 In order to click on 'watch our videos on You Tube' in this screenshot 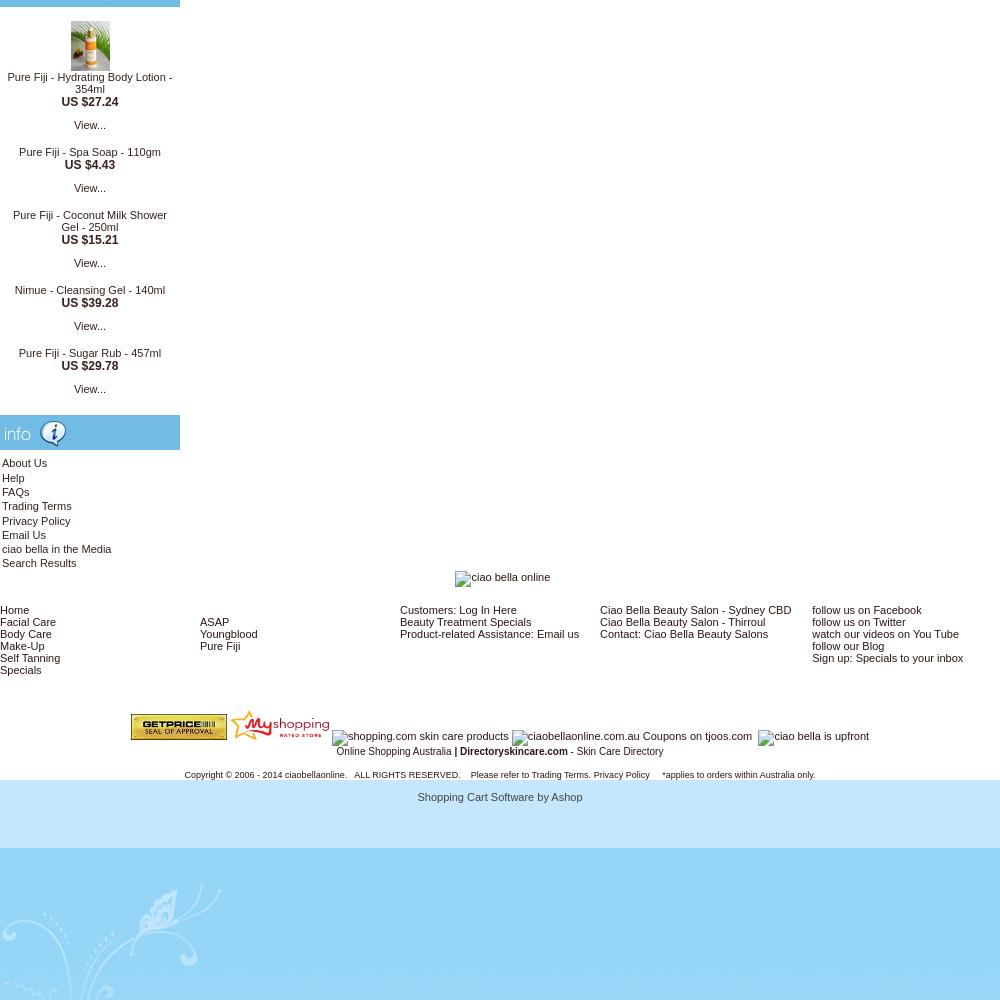, I will do `click(885, 633)`.